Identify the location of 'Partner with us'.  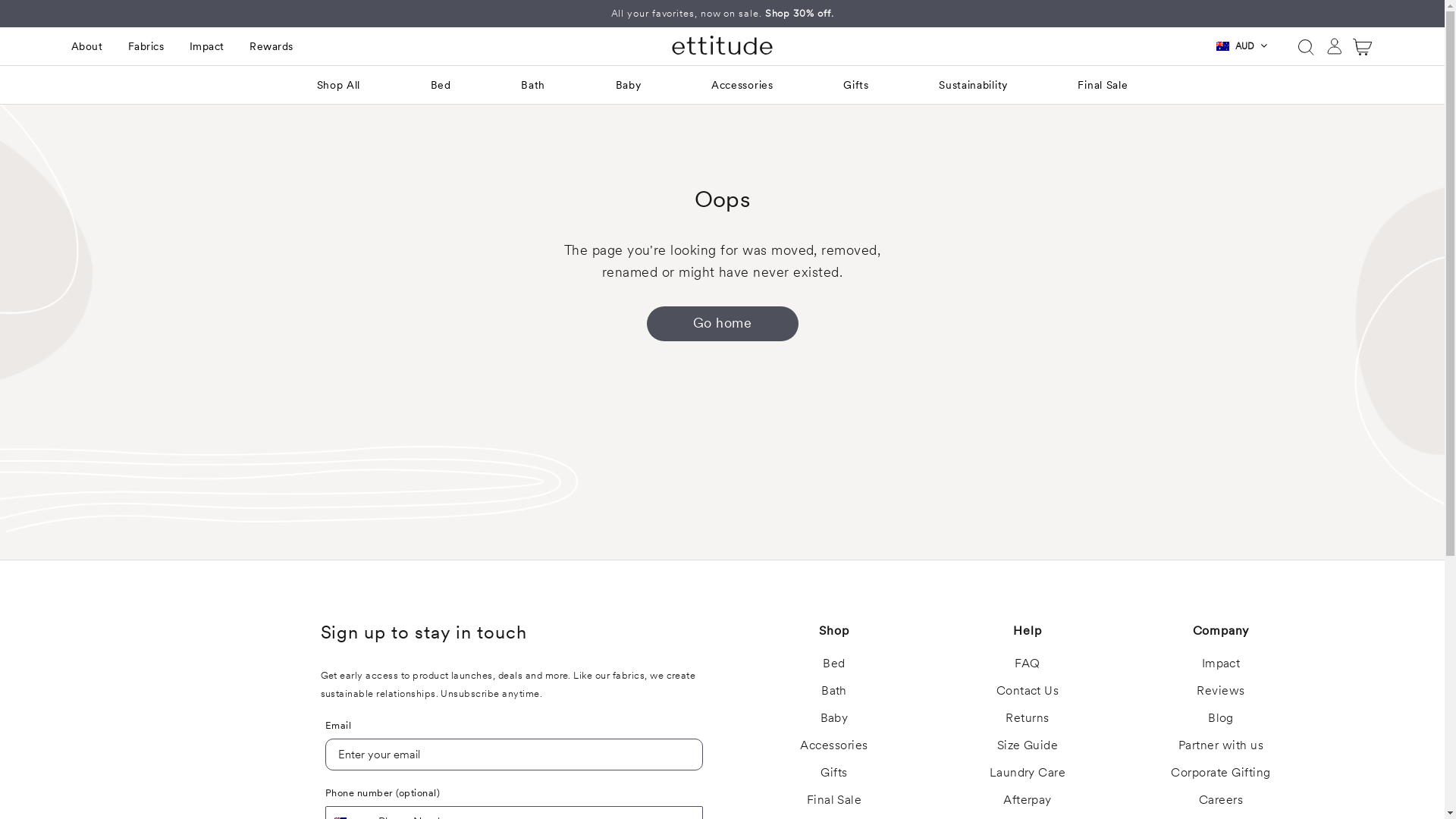
(1220, 744).